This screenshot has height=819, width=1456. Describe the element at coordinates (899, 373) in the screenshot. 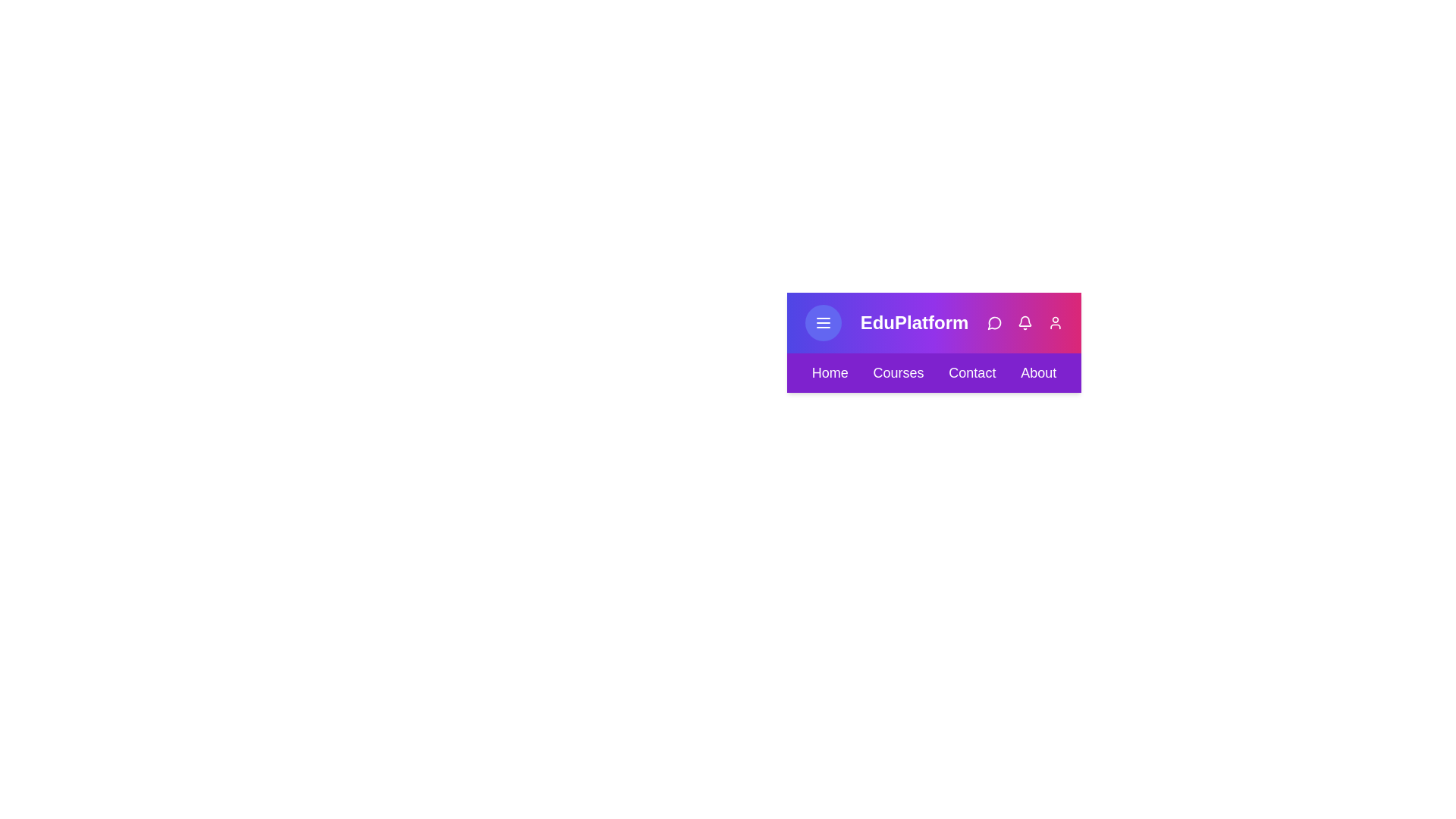

I see `the Courses navigation menu item` at that location.